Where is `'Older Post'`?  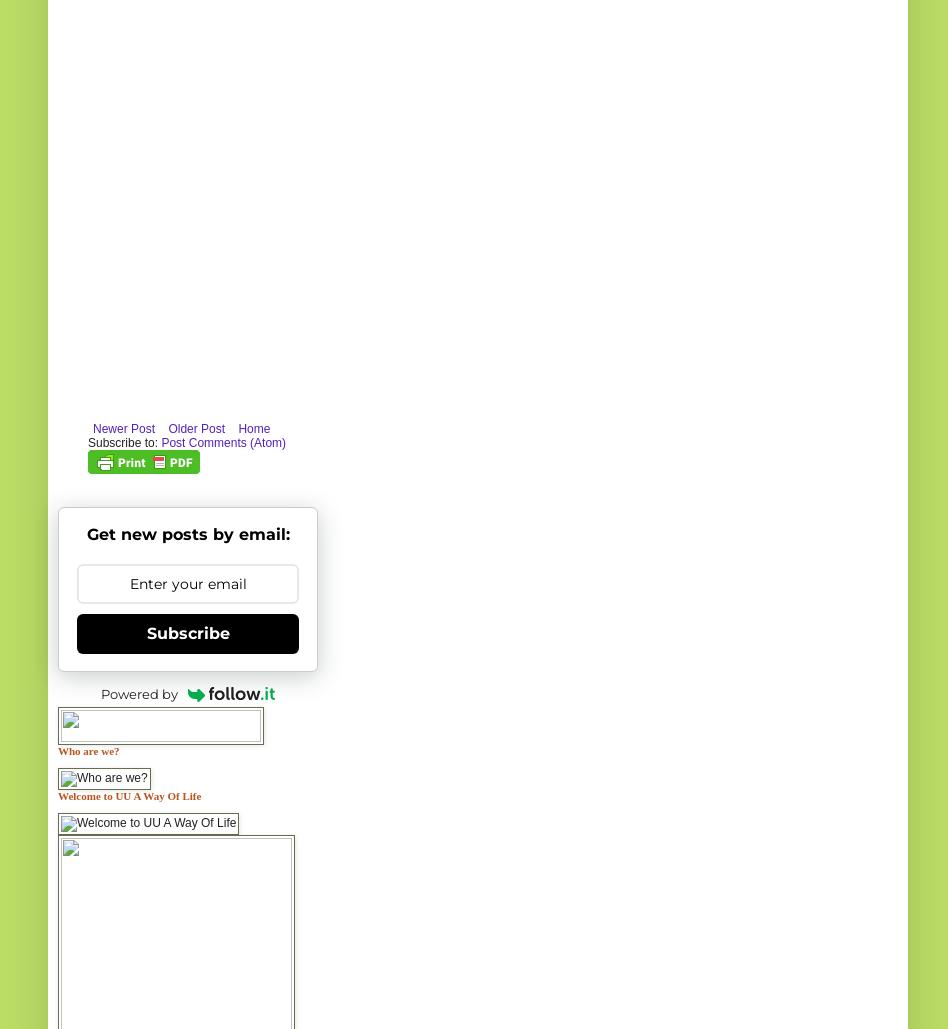
'Older Post' is located at coordinates (195, 426).